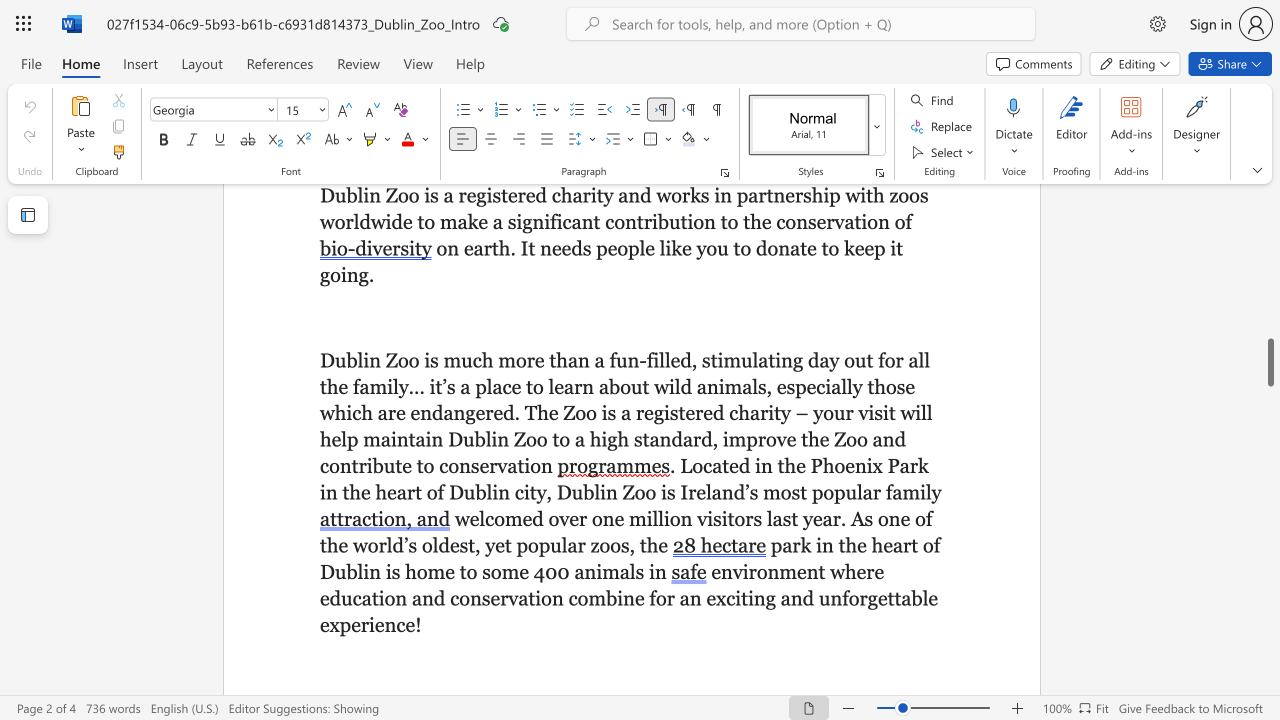  Describe the element at coordinates (533, 545) in the screenshot. I see `the 1th character "o" in the text` at that location.